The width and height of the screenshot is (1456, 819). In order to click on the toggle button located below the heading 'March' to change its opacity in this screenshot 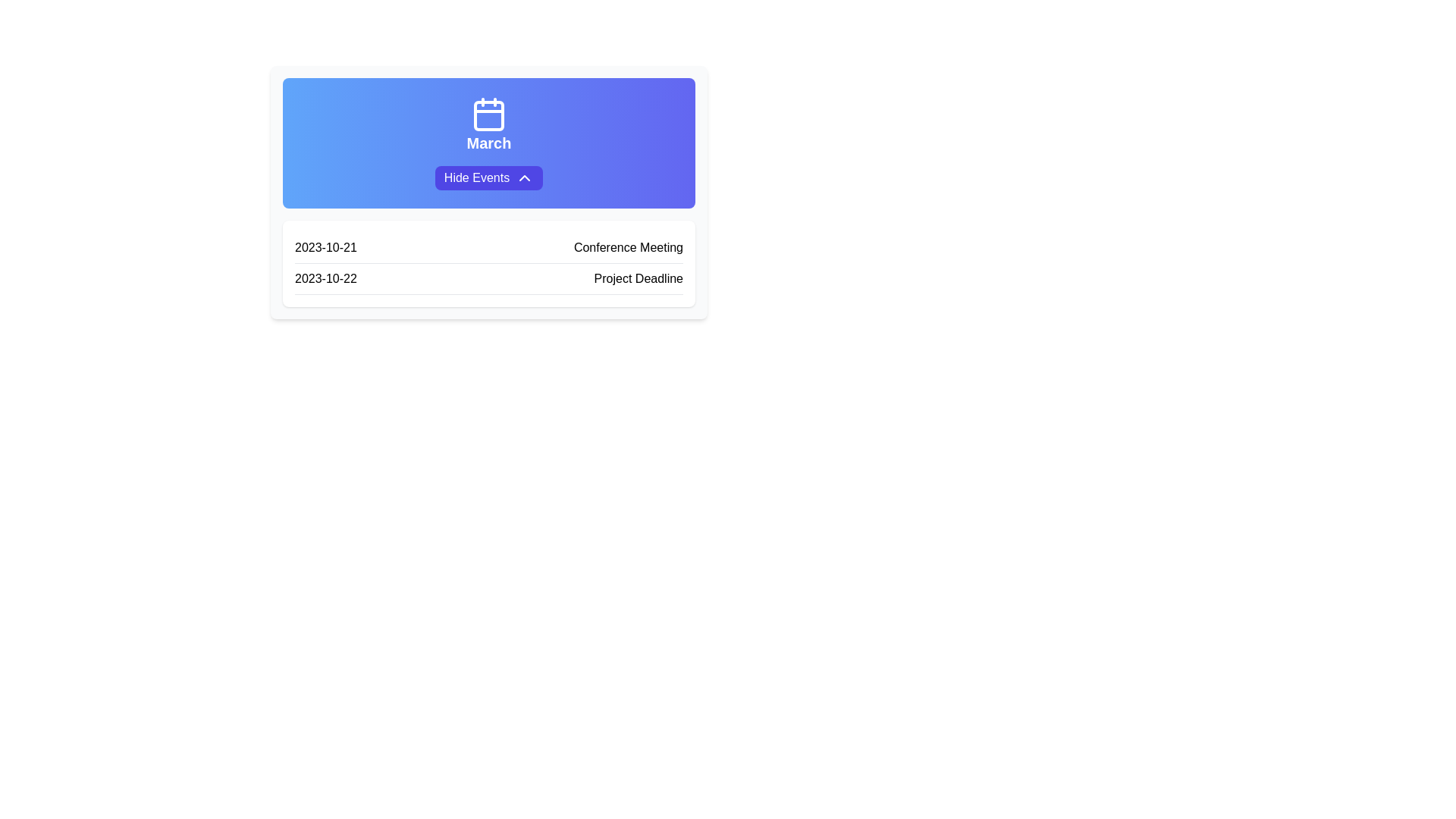, I will do `click(488, 177)`.